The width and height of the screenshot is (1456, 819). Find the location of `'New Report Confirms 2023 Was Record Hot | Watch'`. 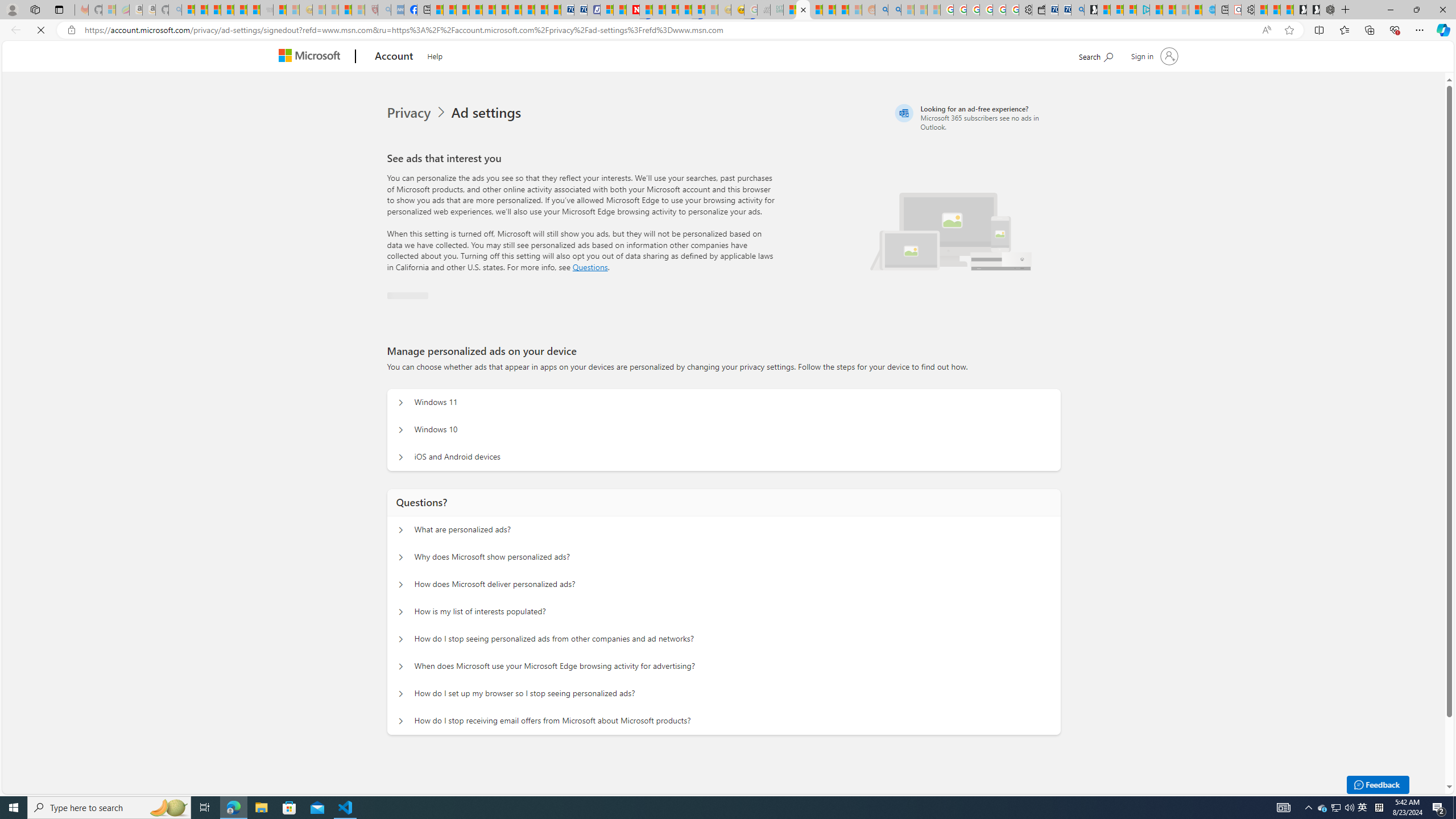

'New Report Confirms 2023 Was Record Hot | Watch' is located at coordinates (239, 9).